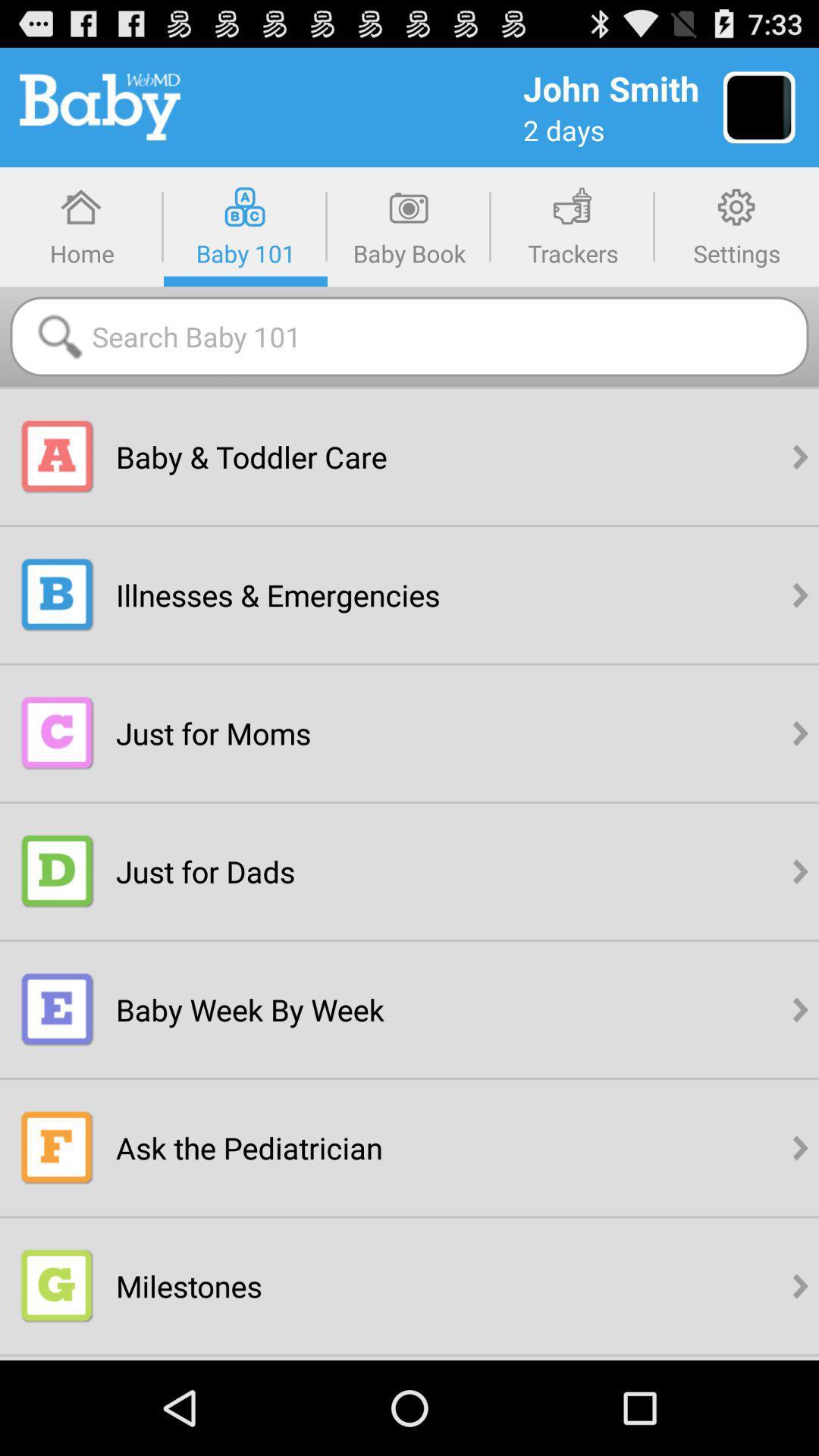 This screenshot has height=1456, width=819. I want to click on the option g that says milestones, so click(57, 1285).